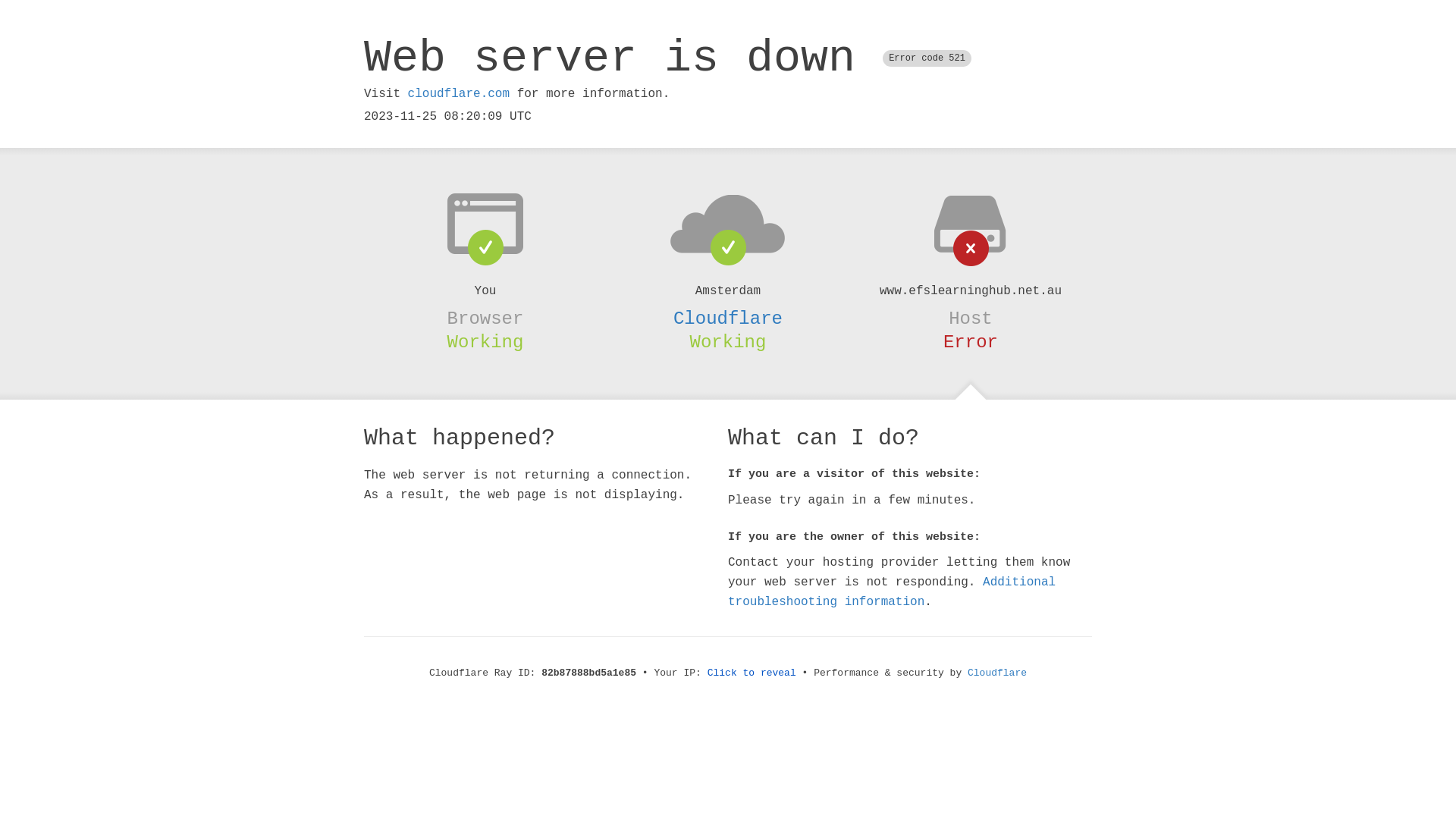 This screenshot has width=1456, height=819. Describe the element at coordinates (997, 672) in the screenshot. I see `'Cloudflare'` at that location.